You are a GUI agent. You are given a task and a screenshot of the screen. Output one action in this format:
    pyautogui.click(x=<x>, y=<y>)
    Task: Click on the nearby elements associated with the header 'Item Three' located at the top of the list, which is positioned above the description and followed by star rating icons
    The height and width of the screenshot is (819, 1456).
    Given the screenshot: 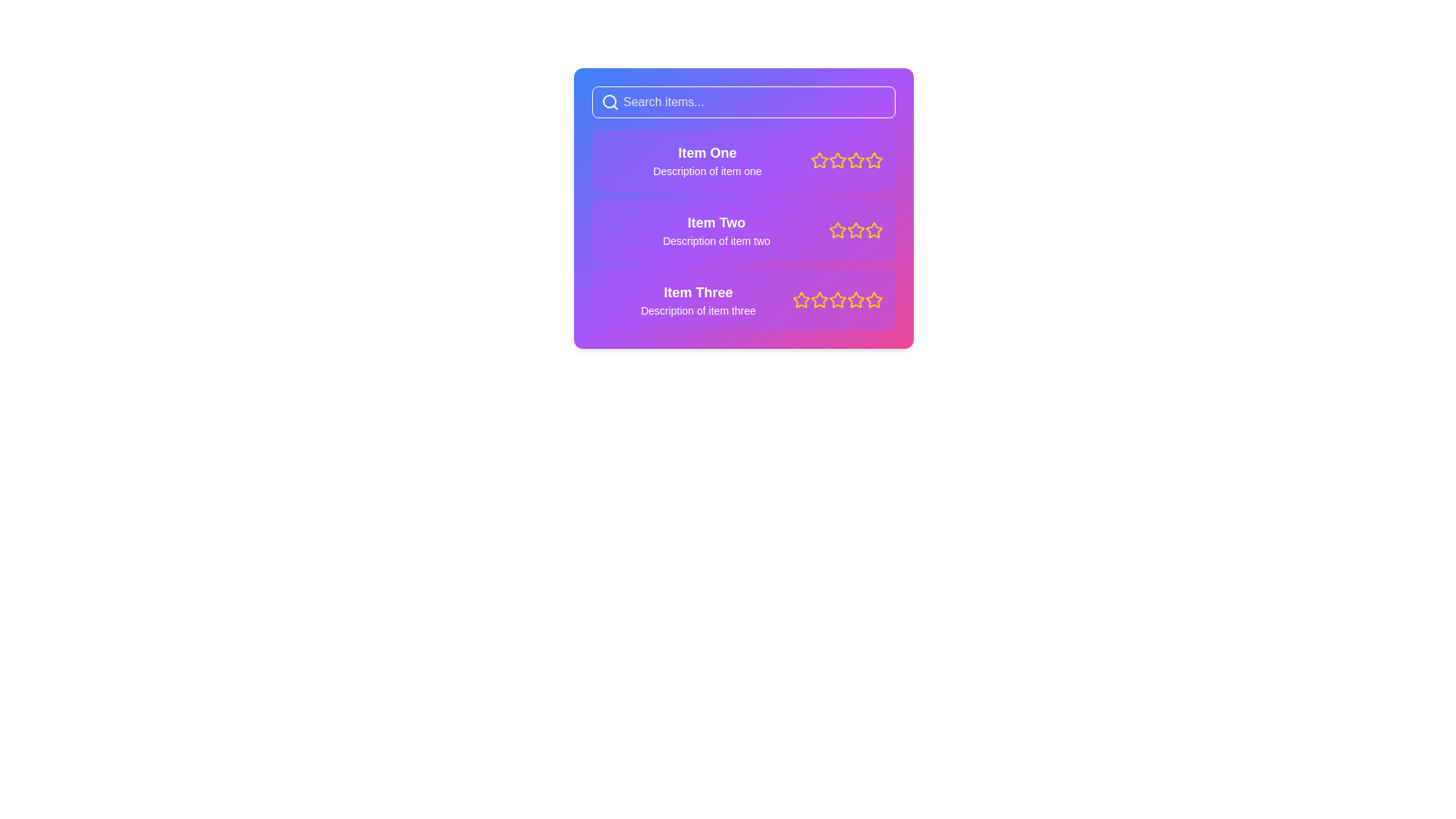 What is the action you would take?
    pyautogui.click(x=698, y=292)
    